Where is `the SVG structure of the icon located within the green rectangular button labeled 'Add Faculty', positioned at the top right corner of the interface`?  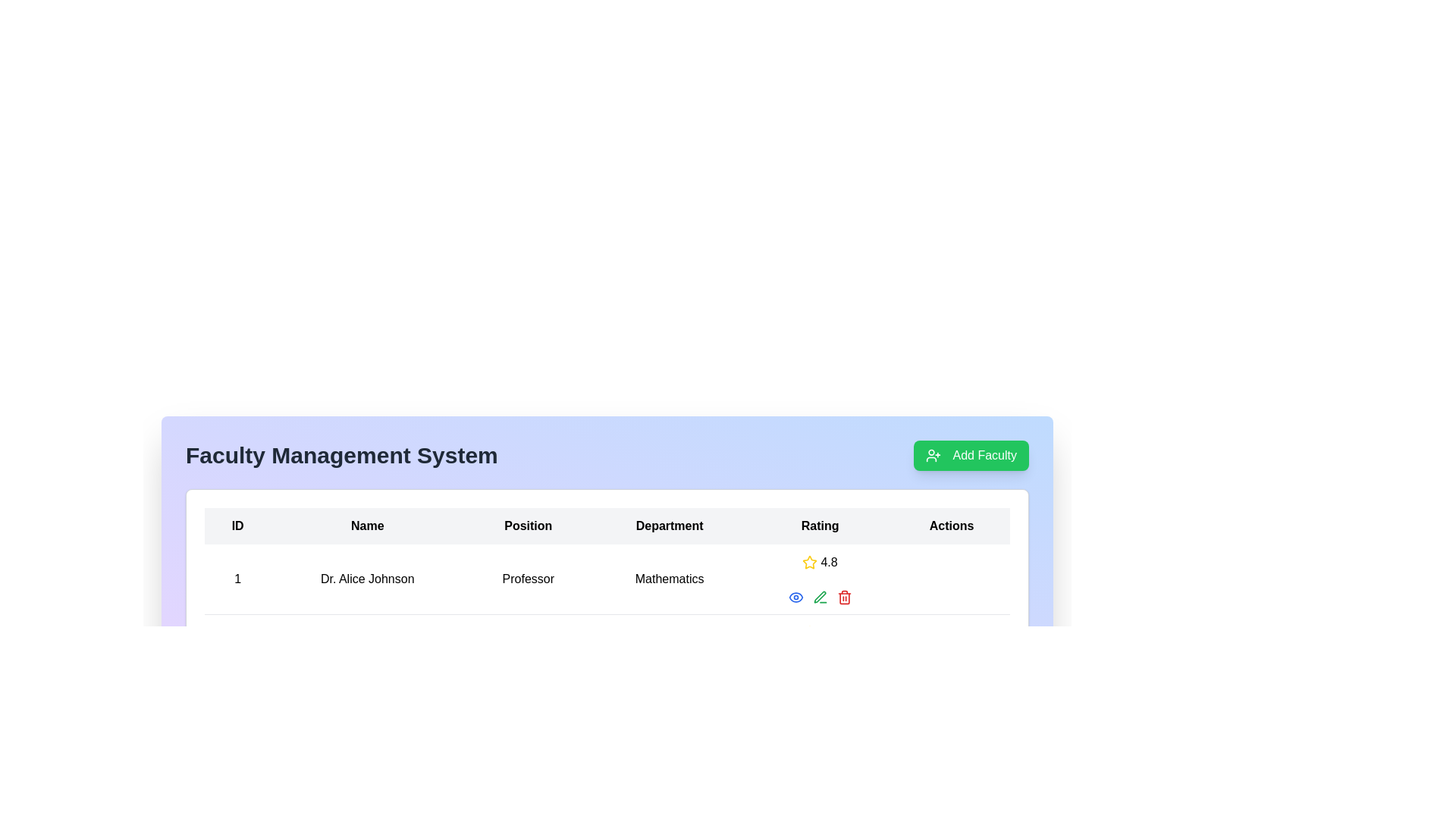 the SVG structure of the icon located within the green rectangular button labeled 'Add Faculty', positioned at the top right corner of the interface is located at coordinates (932, 455).